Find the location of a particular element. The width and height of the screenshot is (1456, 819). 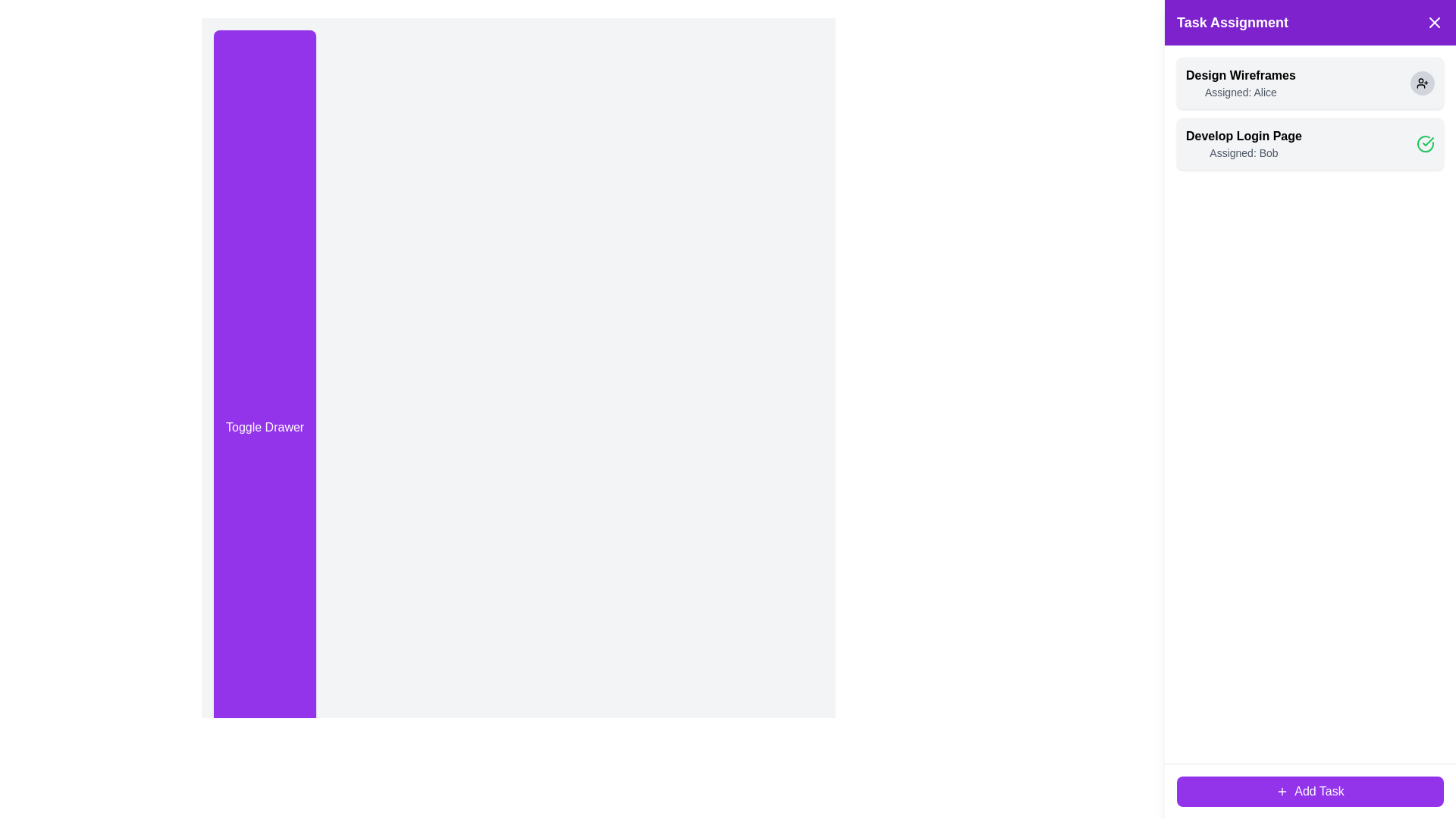

the second task item in the 'Task Assignment' sidebar, which displays the task name and assignee's name is located at coordinates (1244, 143).